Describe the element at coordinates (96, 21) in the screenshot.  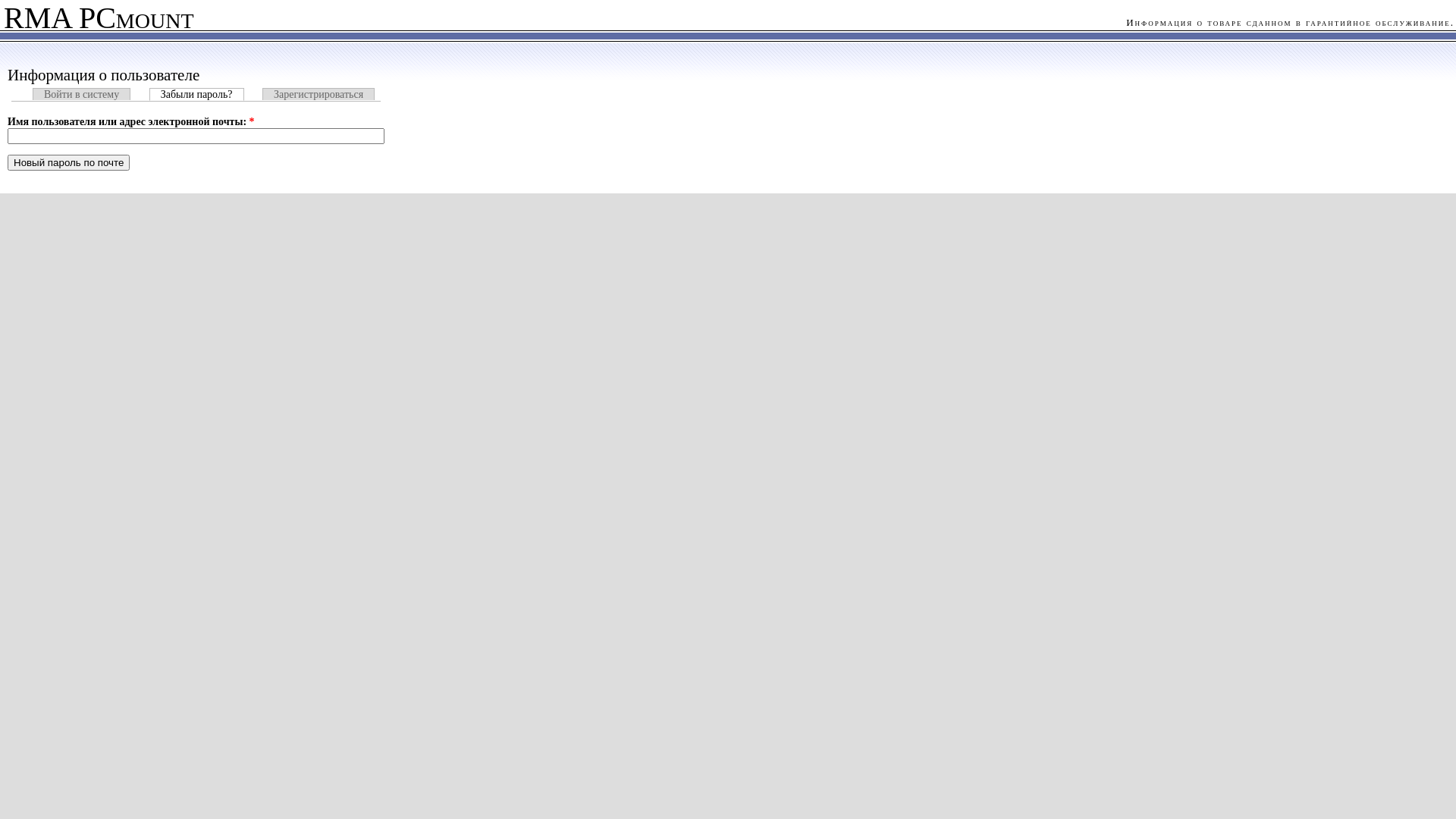
I see `'RMA PCmount'` at that location.